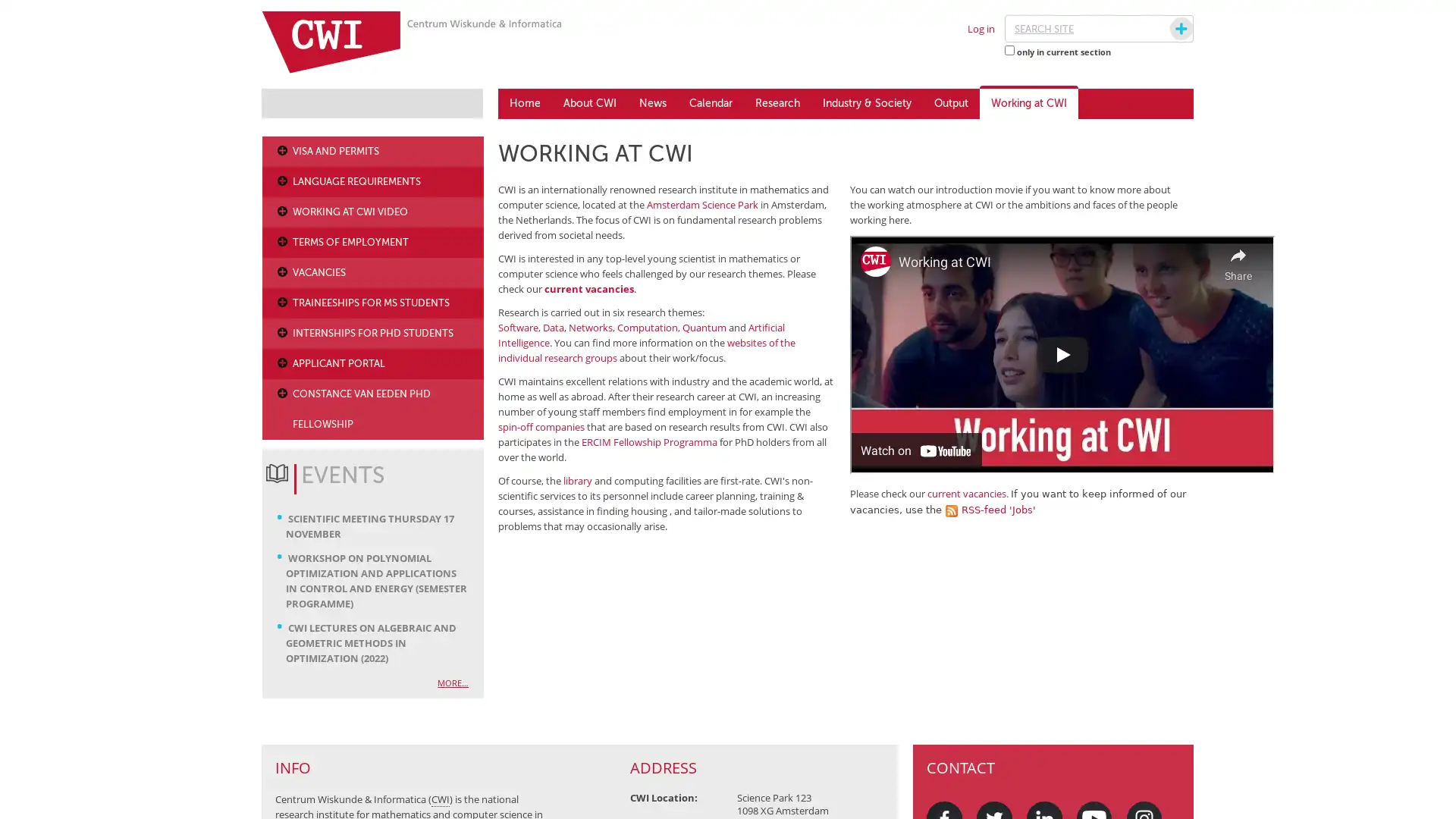 This screenshot has height=819, width=1456. What do you see at coordinates (1166, 29) in the screenshot?
I see `Search` at bounding box center [1166, 29].